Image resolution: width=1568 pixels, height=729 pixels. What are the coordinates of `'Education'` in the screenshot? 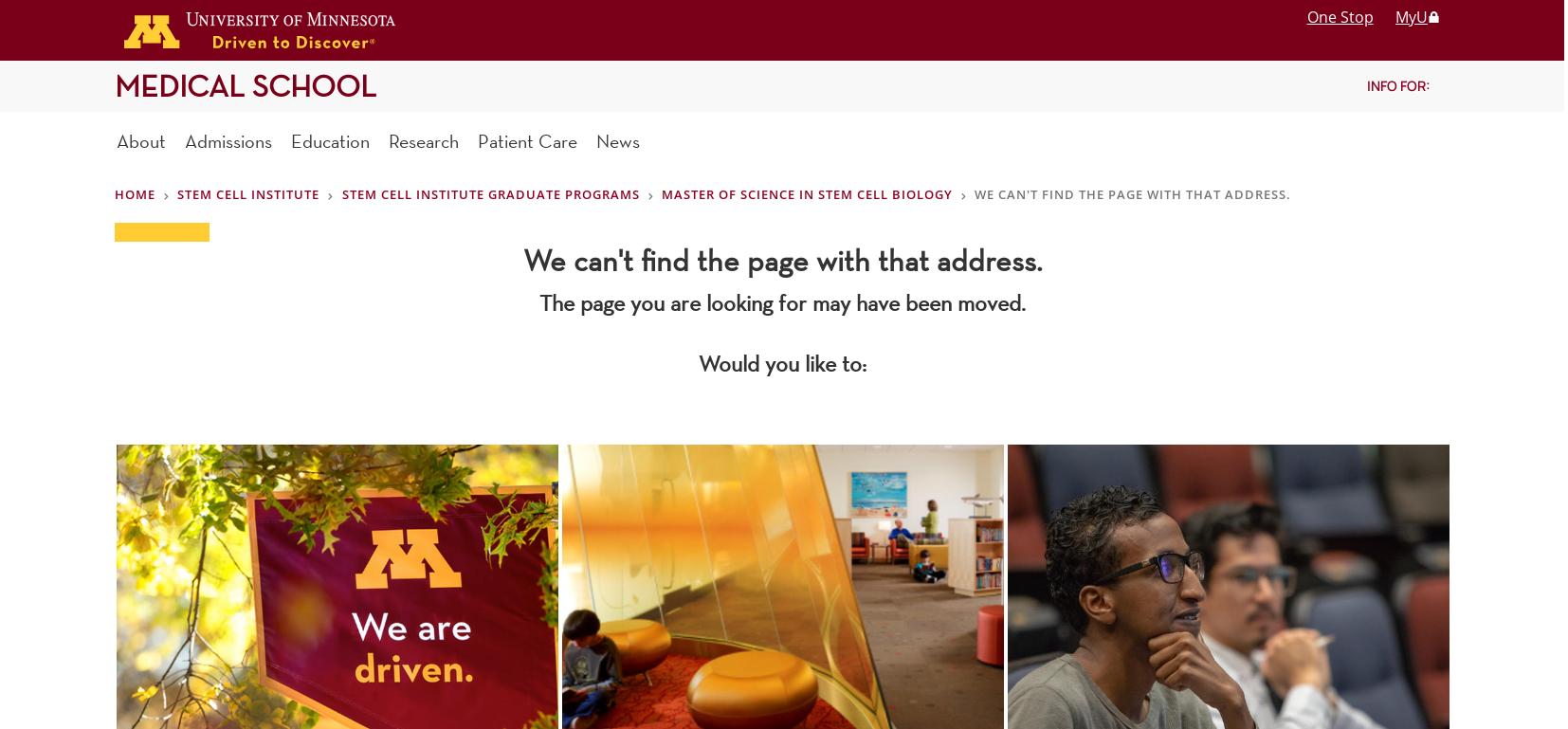 It's located at (329, 139).